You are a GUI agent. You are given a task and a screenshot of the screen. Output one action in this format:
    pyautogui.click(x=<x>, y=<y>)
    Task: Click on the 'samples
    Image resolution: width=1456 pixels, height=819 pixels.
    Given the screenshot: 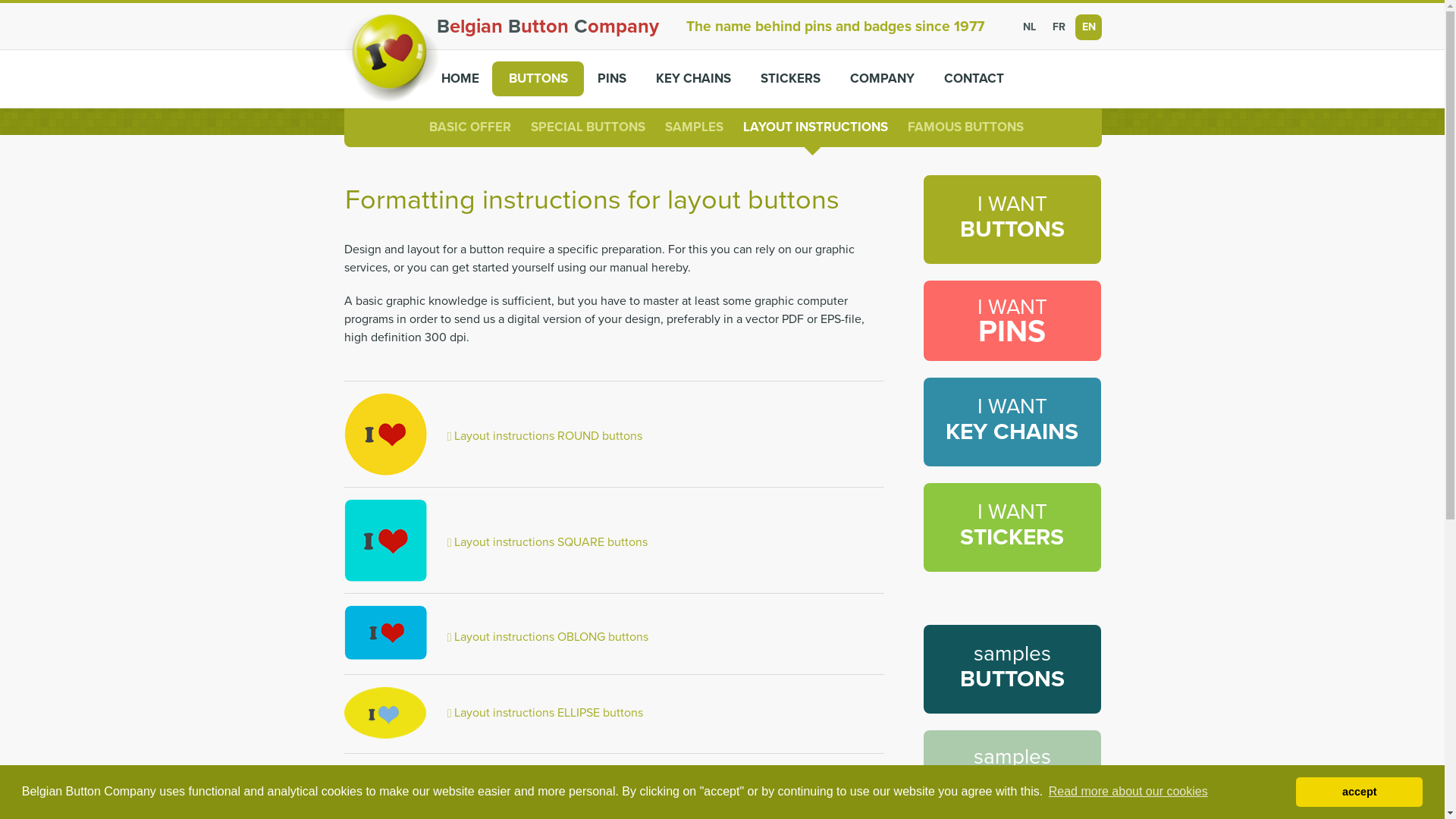 What is the action you would take?
    pyautogui.click(x=1012, y=770)
    